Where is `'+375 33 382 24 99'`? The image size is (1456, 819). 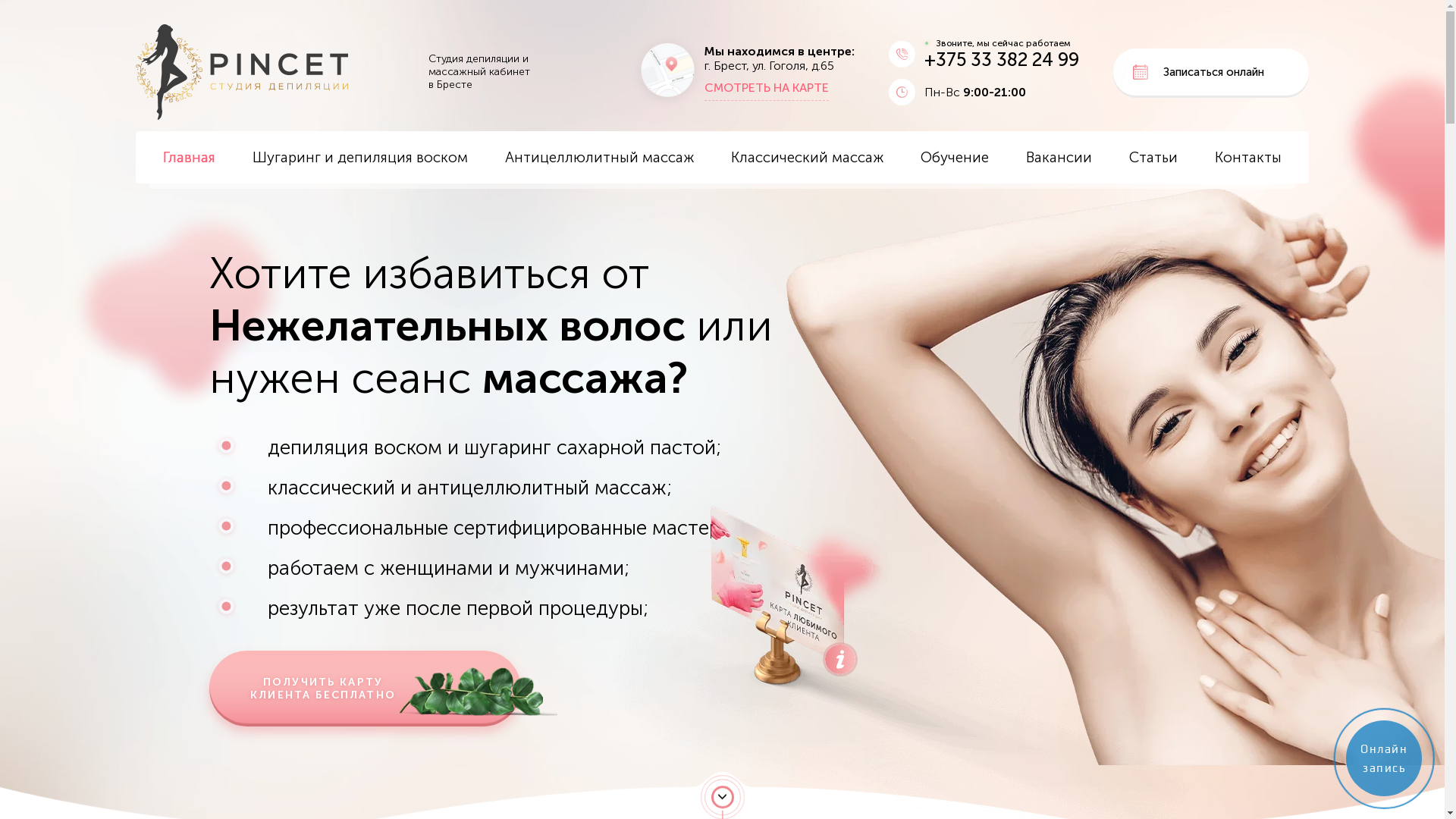 '+375 33 382 24 99' is located at coordinates (1001, 58).